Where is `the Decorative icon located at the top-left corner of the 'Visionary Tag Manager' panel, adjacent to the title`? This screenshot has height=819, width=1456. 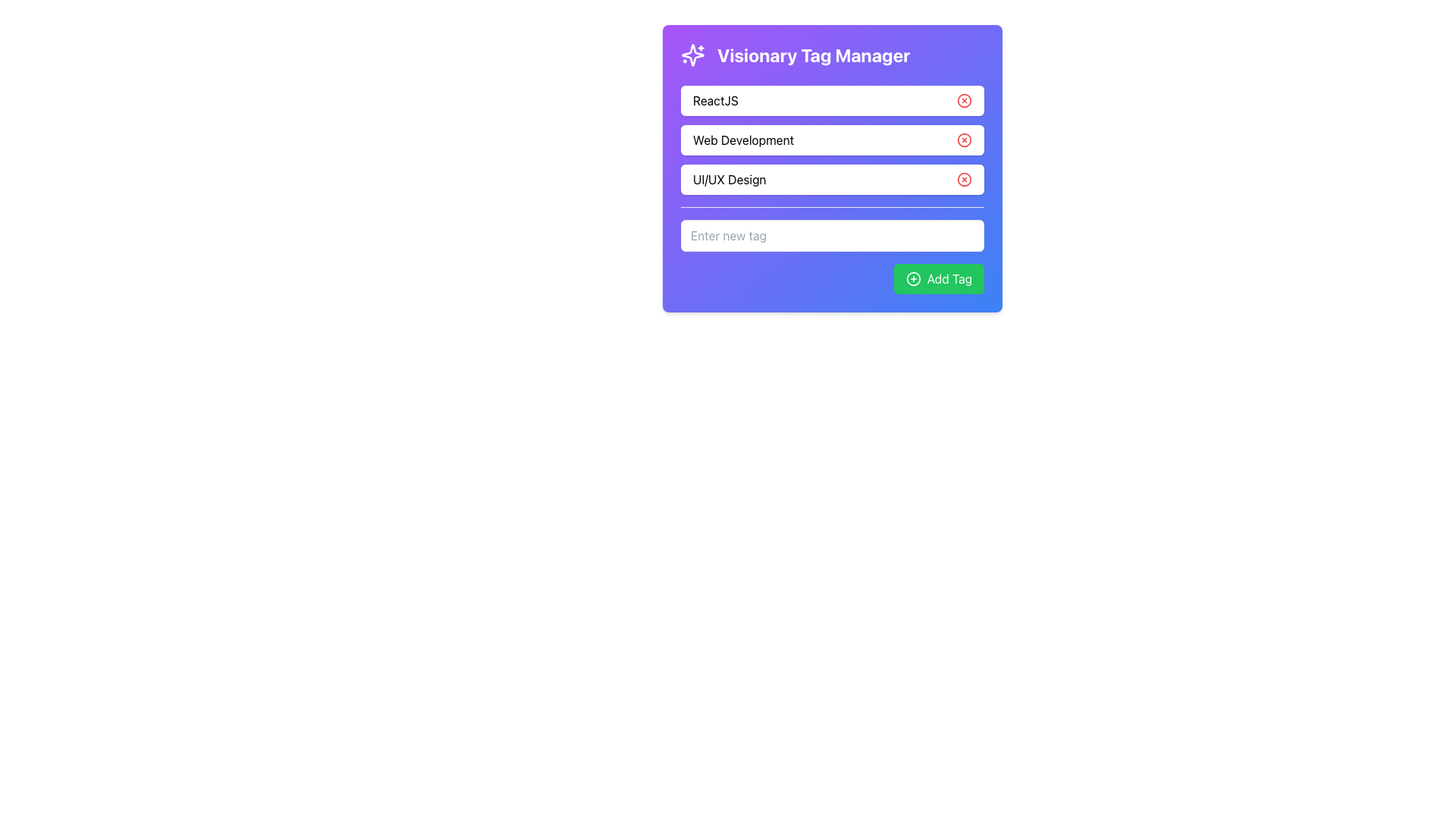
the Decorative icon located at the top-left corner of the 'Visionary Tag Manager' panel, adjacent to the title is located at coordinates (692, 55).